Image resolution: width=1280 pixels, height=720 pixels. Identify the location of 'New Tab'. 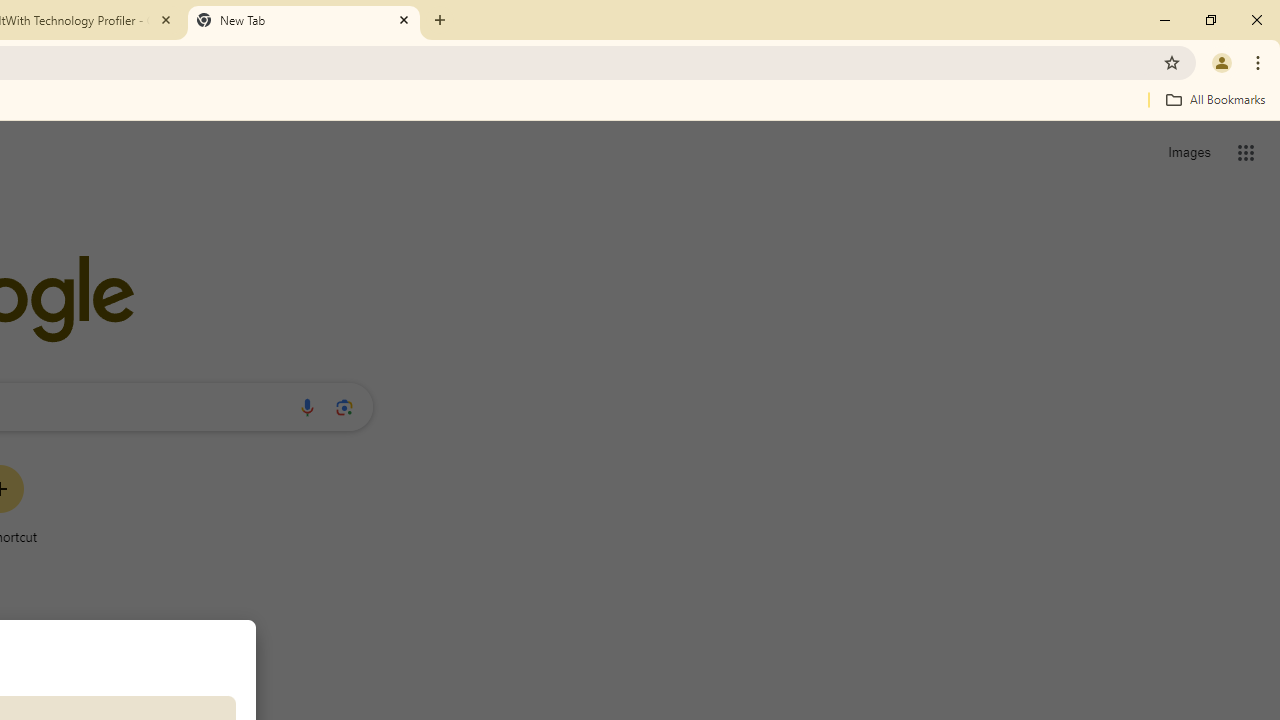
(303, 20).